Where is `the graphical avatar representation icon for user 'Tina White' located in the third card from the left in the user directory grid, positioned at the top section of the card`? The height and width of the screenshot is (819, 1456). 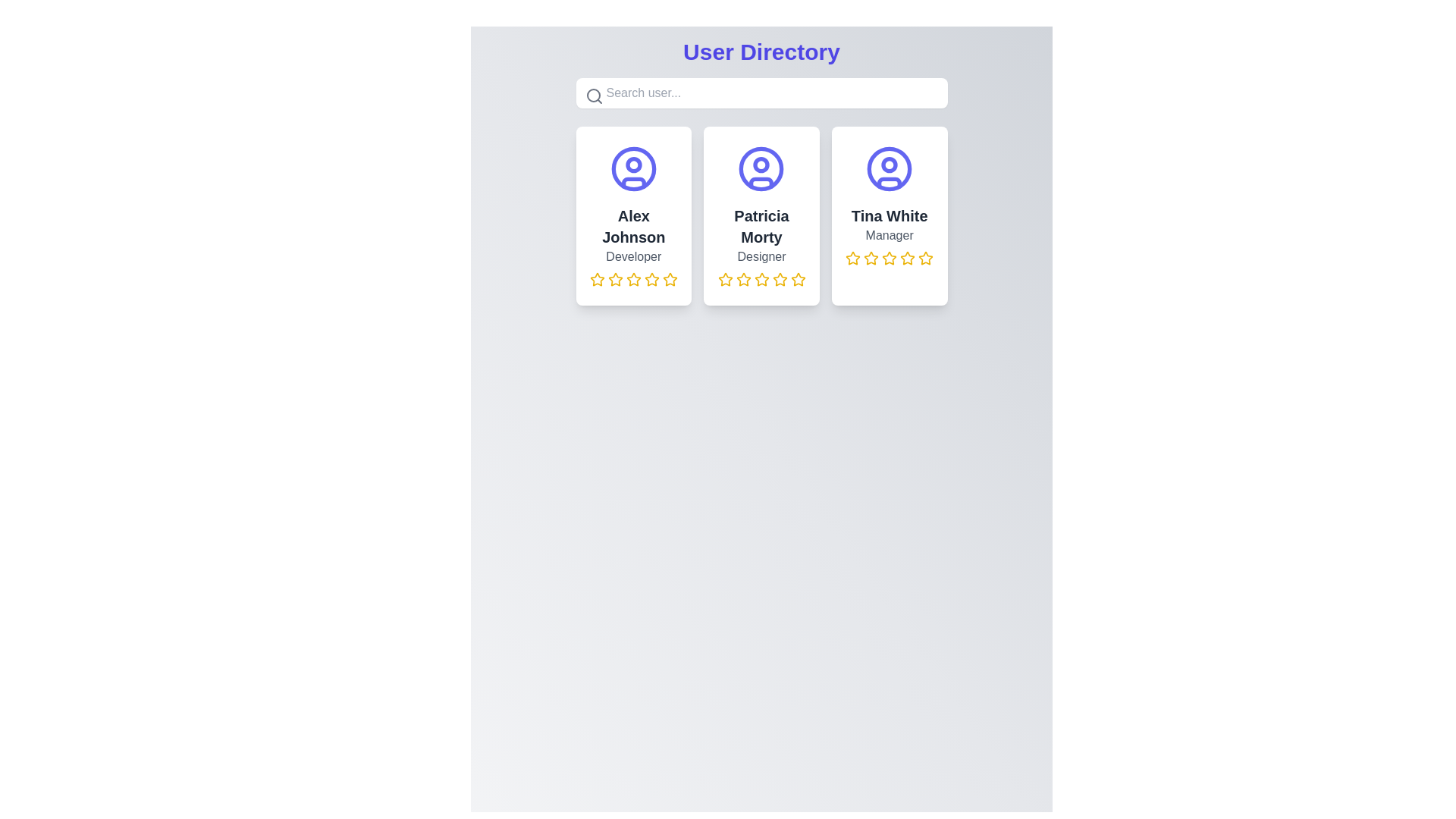 the graphical avatar representation icon for user 'Tina White' located in the third card from the left in the user directory grid, positioned at the top section of the card is located at coordinates (890, 169).